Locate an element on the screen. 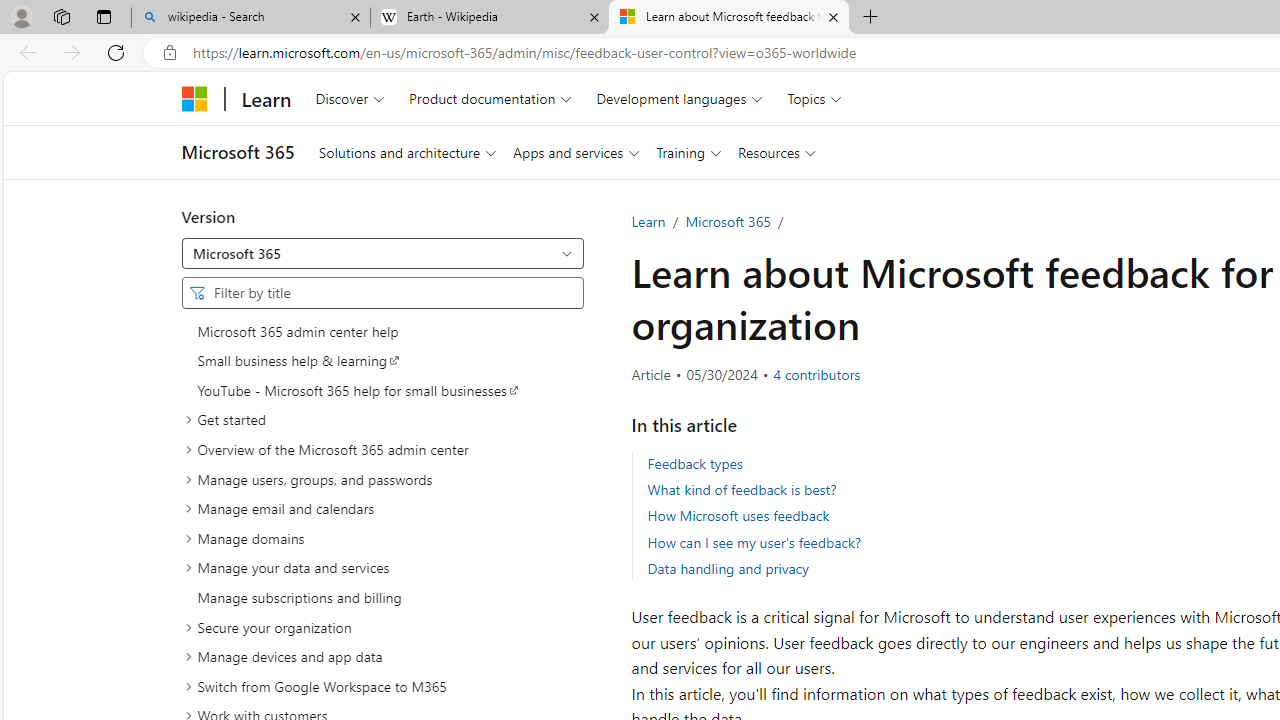 The image size is (1280, 720). 'How can I see my user' is located at coordinates (752, 542).